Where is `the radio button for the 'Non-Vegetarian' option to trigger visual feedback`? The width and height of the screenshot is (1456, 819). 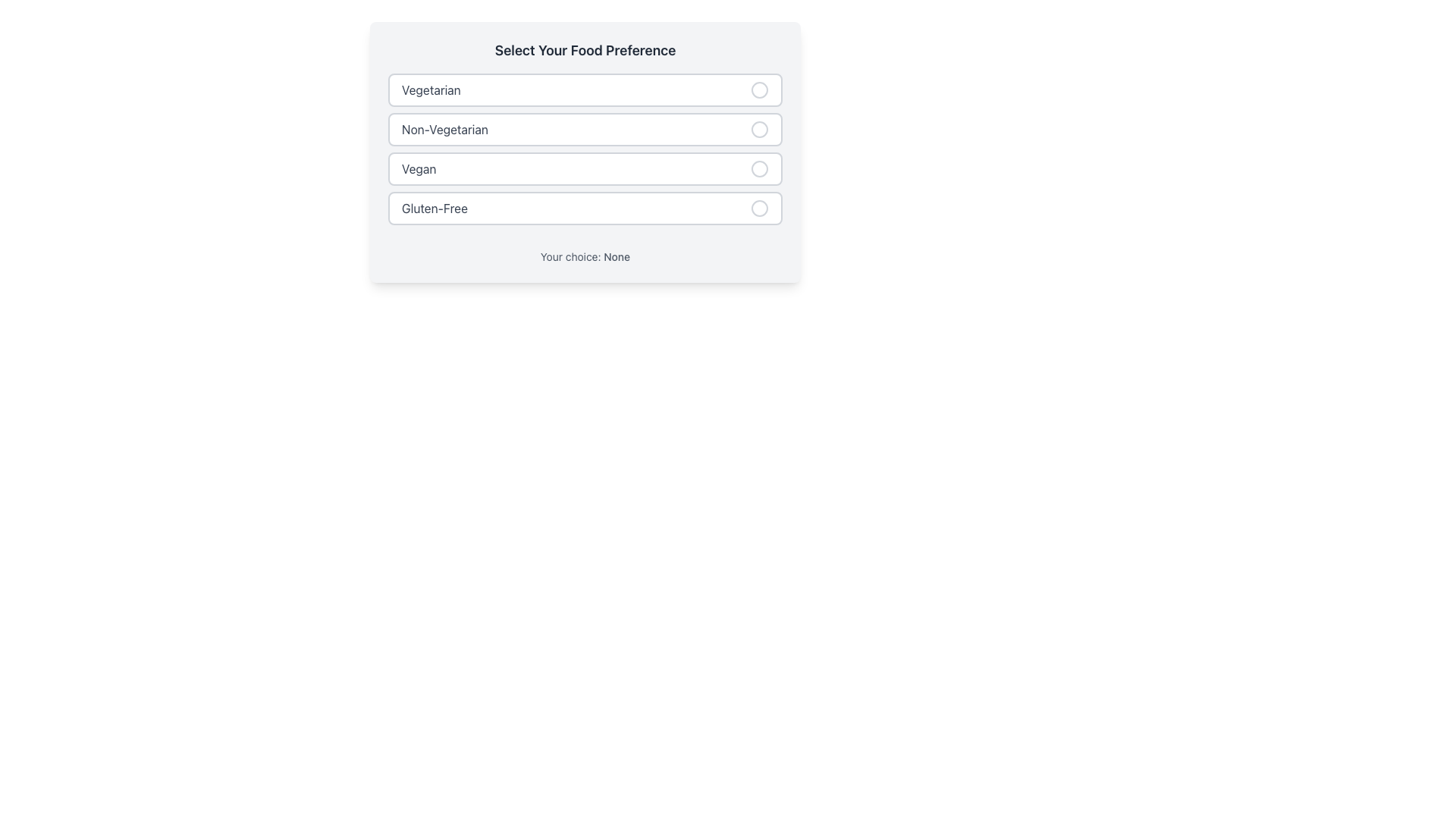 the radio button for the 'Non-Vegetarian' option to trigger visual feedback is located at coordinates (760, 128).